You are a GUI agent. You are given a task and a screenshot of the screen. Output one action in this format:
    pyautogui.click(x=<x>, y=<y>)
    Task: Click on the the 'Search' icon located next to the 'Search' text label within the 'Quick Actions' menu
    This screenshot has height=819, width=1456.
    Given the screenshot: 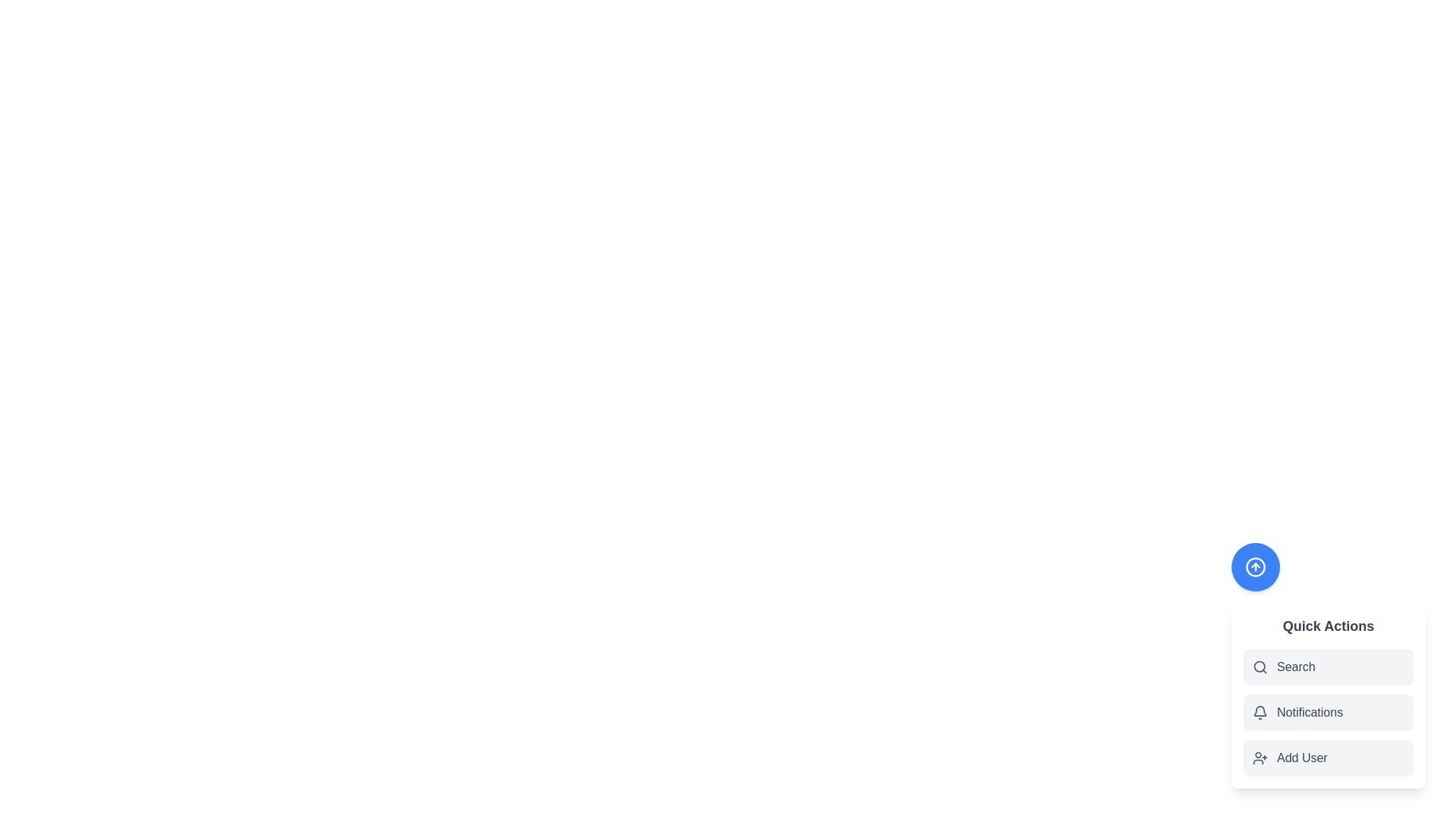 What is the action you would take?
    pyautogui.click(x=1260, y=666)
    